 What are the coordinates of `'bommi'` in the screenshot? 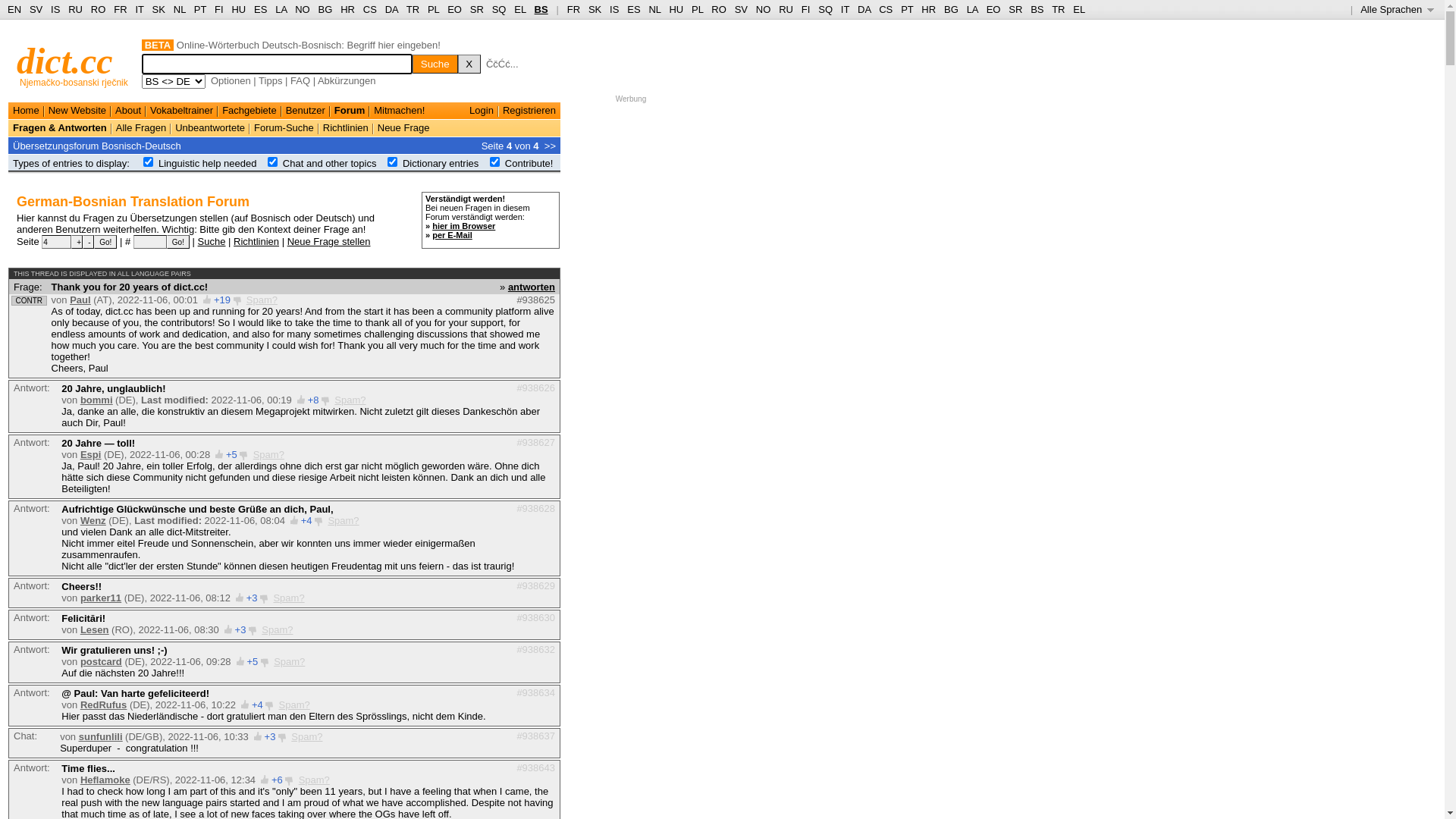 It's located at (96, 399).